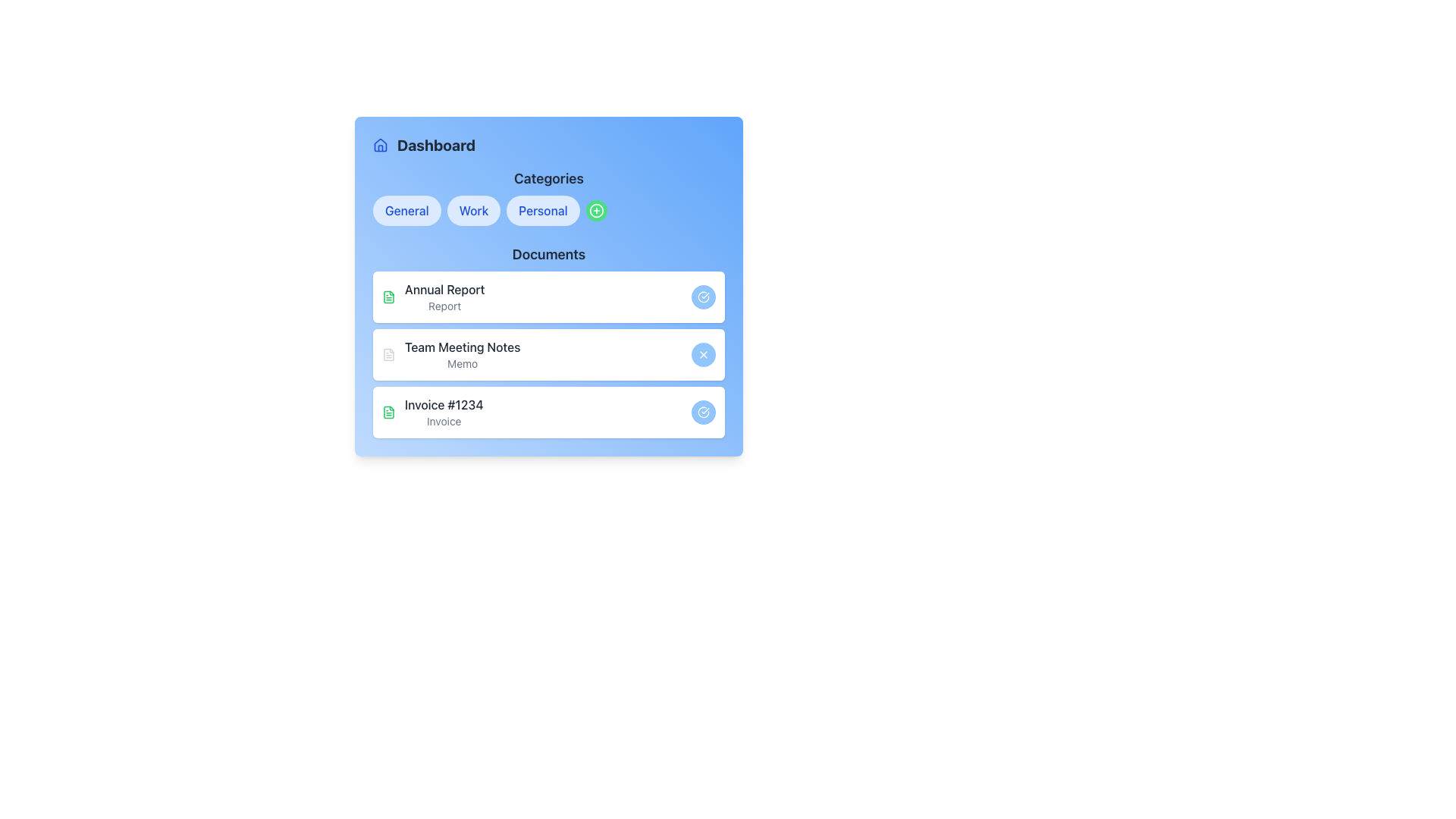 The image size is (1456, 819). I want to click on the 'Personal' button, which is the third button in a group of radio-button styled options labeled 'General', 'Work', and 'Personal', located under the 'Categories' heading, so click(548, 210).